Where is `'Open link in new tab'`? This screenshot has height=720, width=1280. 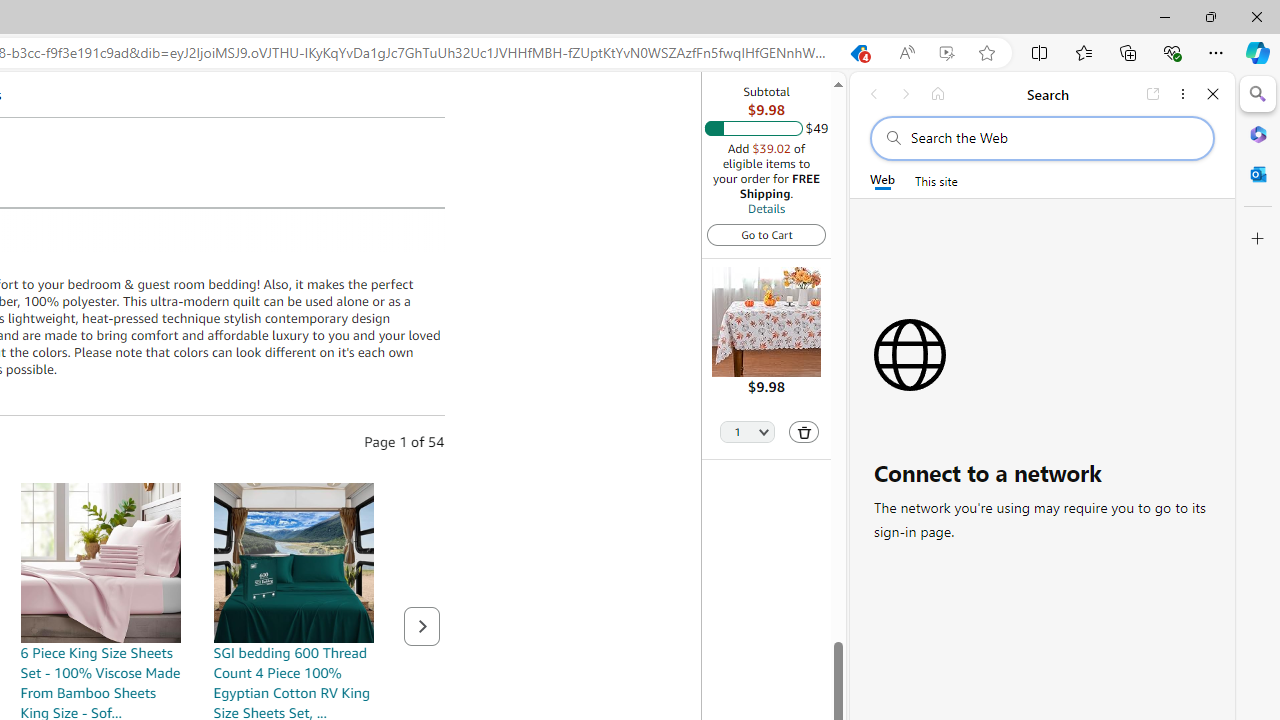
'Open link in new tab' is located at coordinates (1153, 93).